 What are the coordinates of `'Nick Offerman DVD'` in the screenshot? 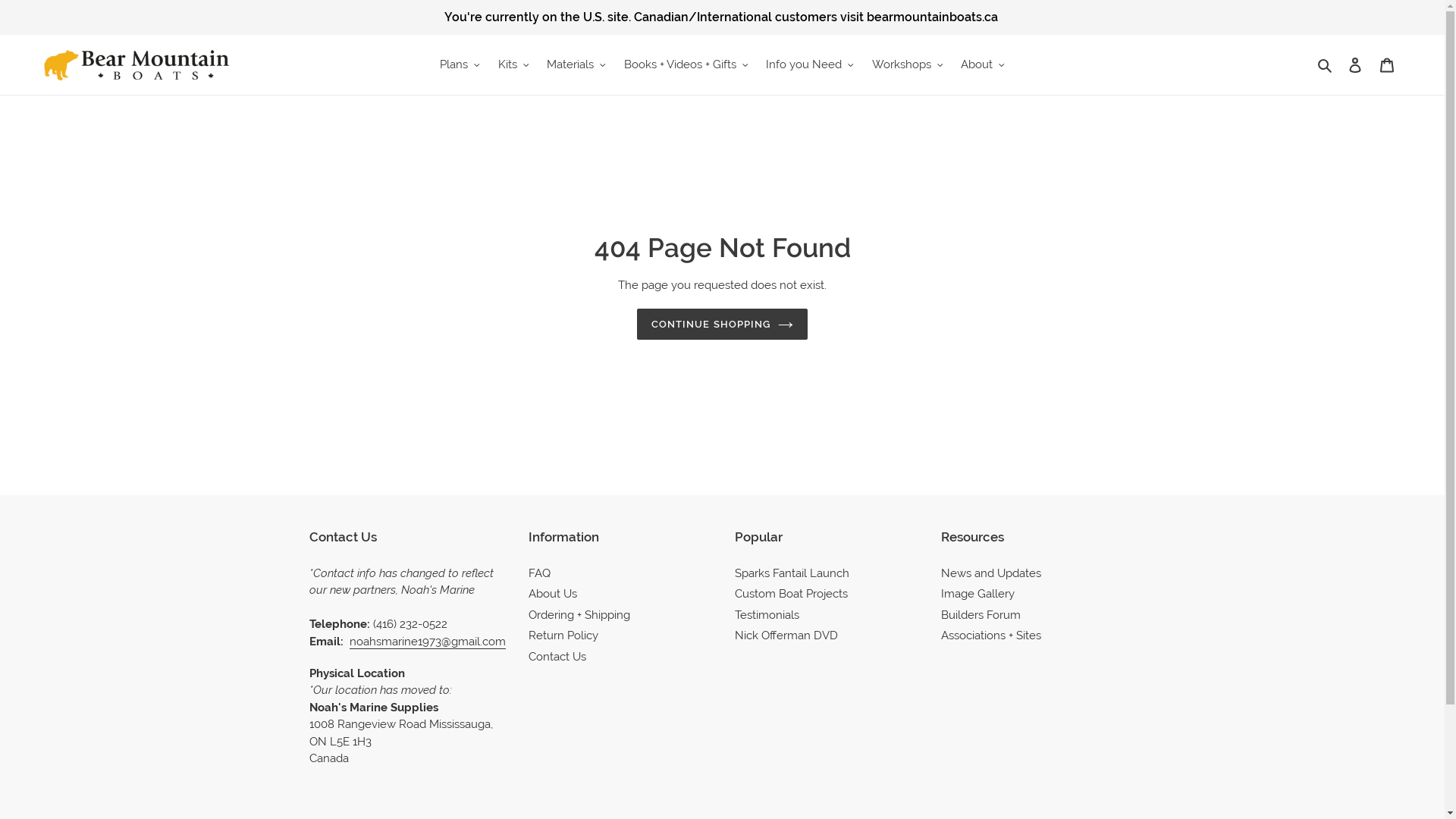 It's located at (786, 635).